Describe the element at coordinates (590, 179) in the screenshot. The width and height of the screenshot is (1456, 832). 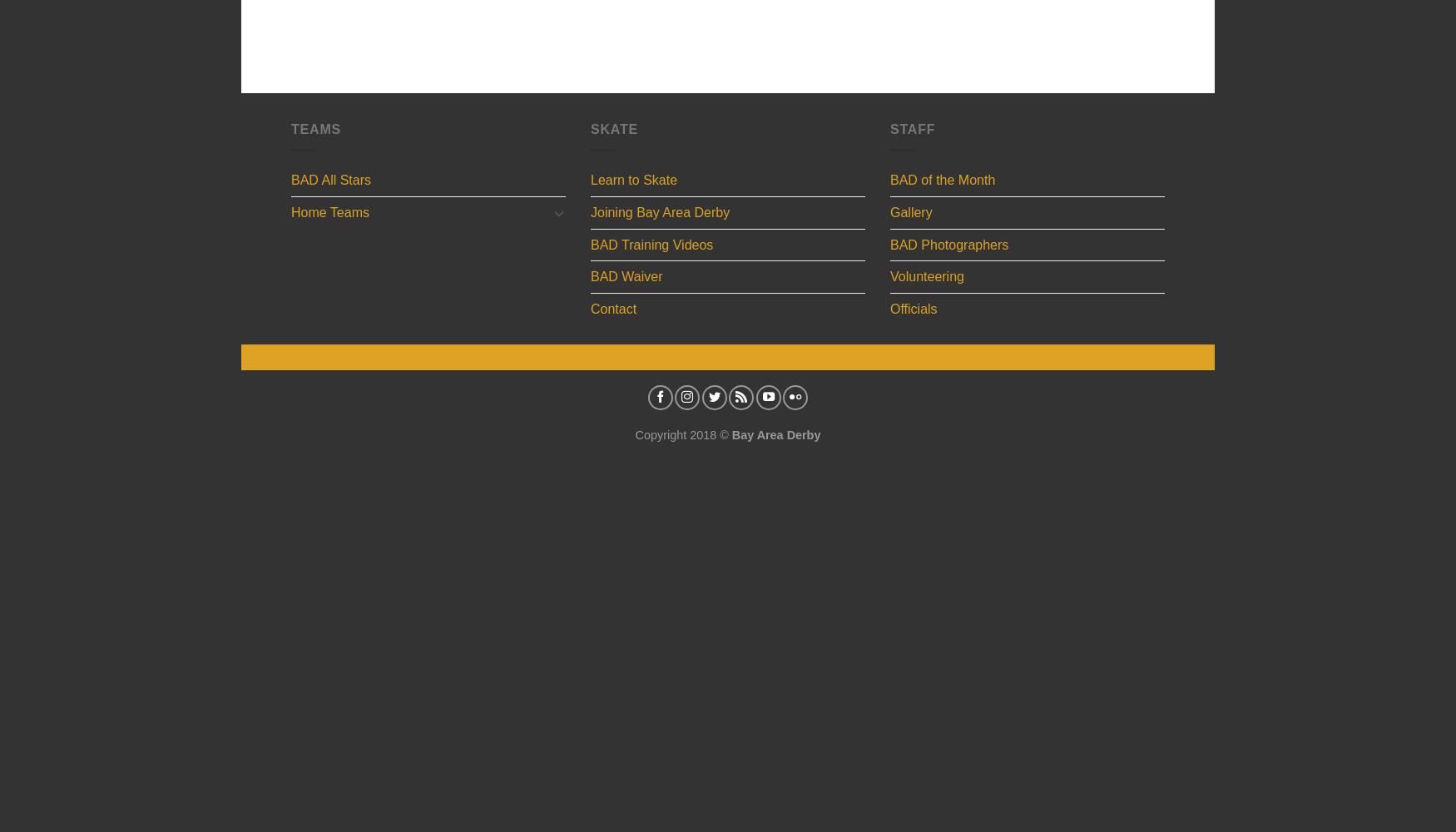
I see `'Learn to Skate'` at that location.